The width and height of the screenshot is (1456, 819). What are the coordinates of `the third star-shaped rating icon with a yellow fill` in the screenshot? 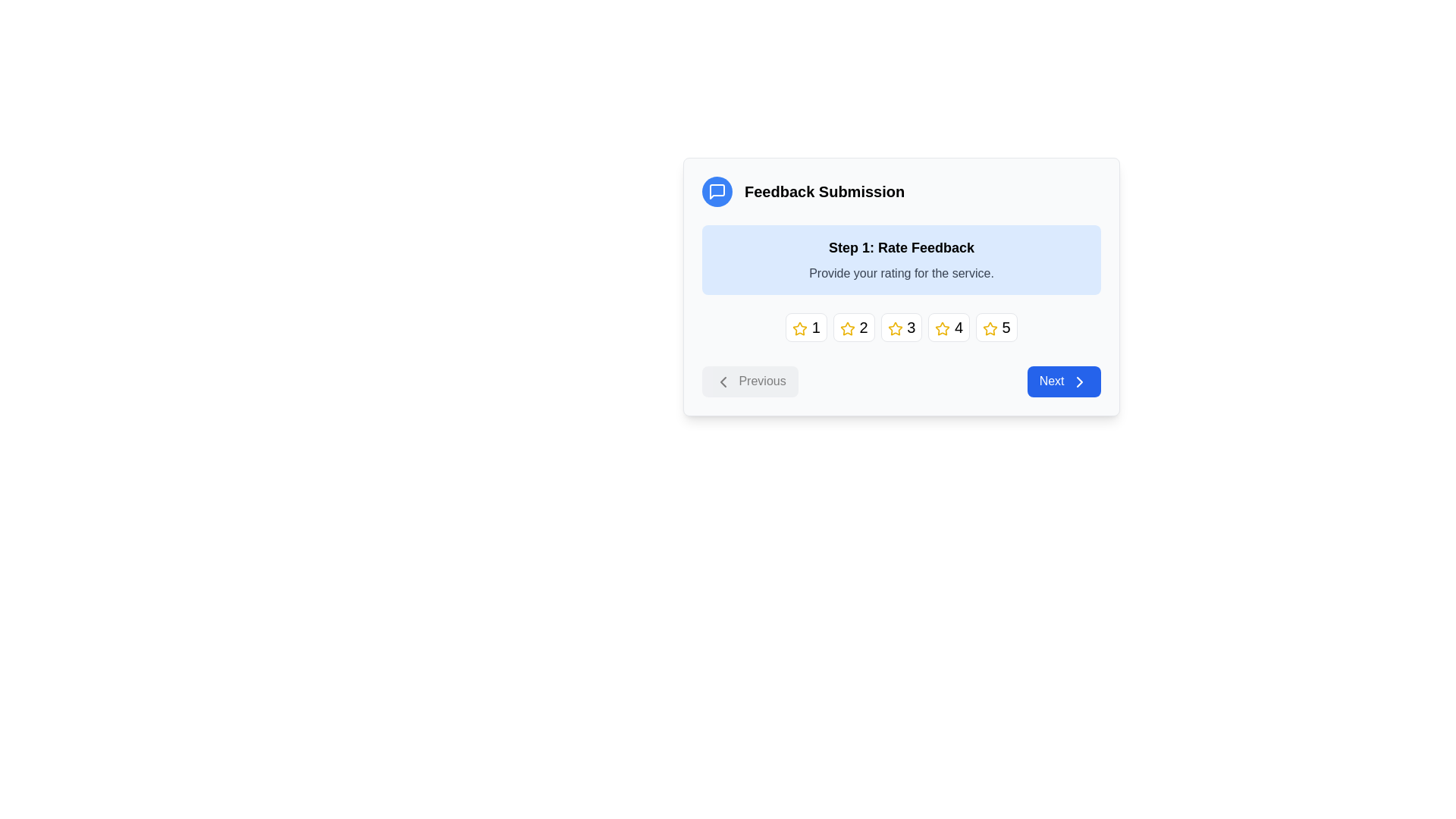 It's located at (895, 328).